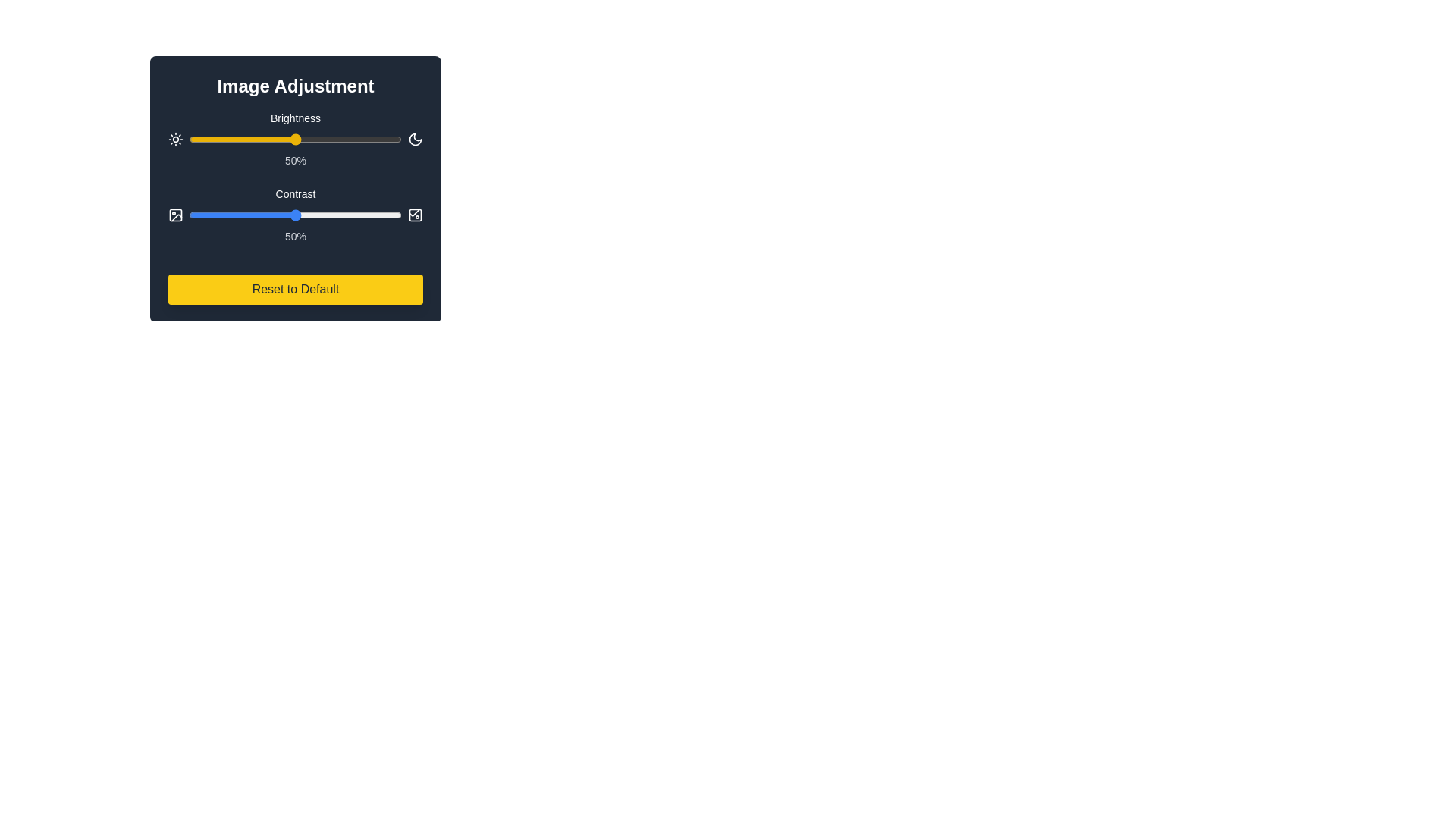 The image size is (1456, 819). I want to click on brightness, so click(237, 140).